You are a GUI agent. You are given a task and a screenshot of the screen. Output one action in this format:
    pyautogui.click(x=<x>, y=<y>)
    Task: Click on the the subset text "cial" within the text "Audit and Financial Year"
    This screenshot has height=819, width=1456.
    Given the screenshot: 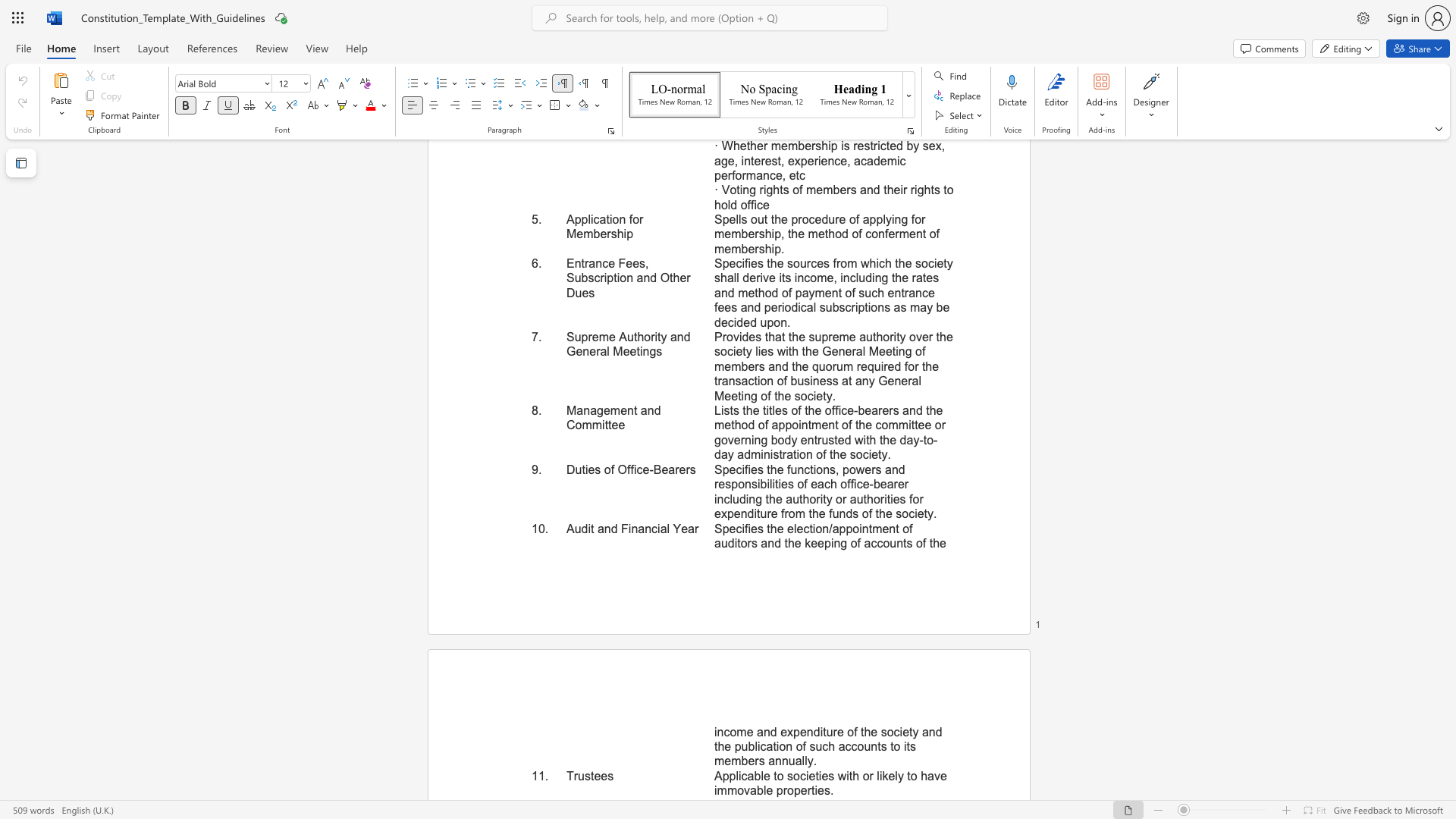 What is the action you would take?
    pyautogui.click(x=651, y=528)
    